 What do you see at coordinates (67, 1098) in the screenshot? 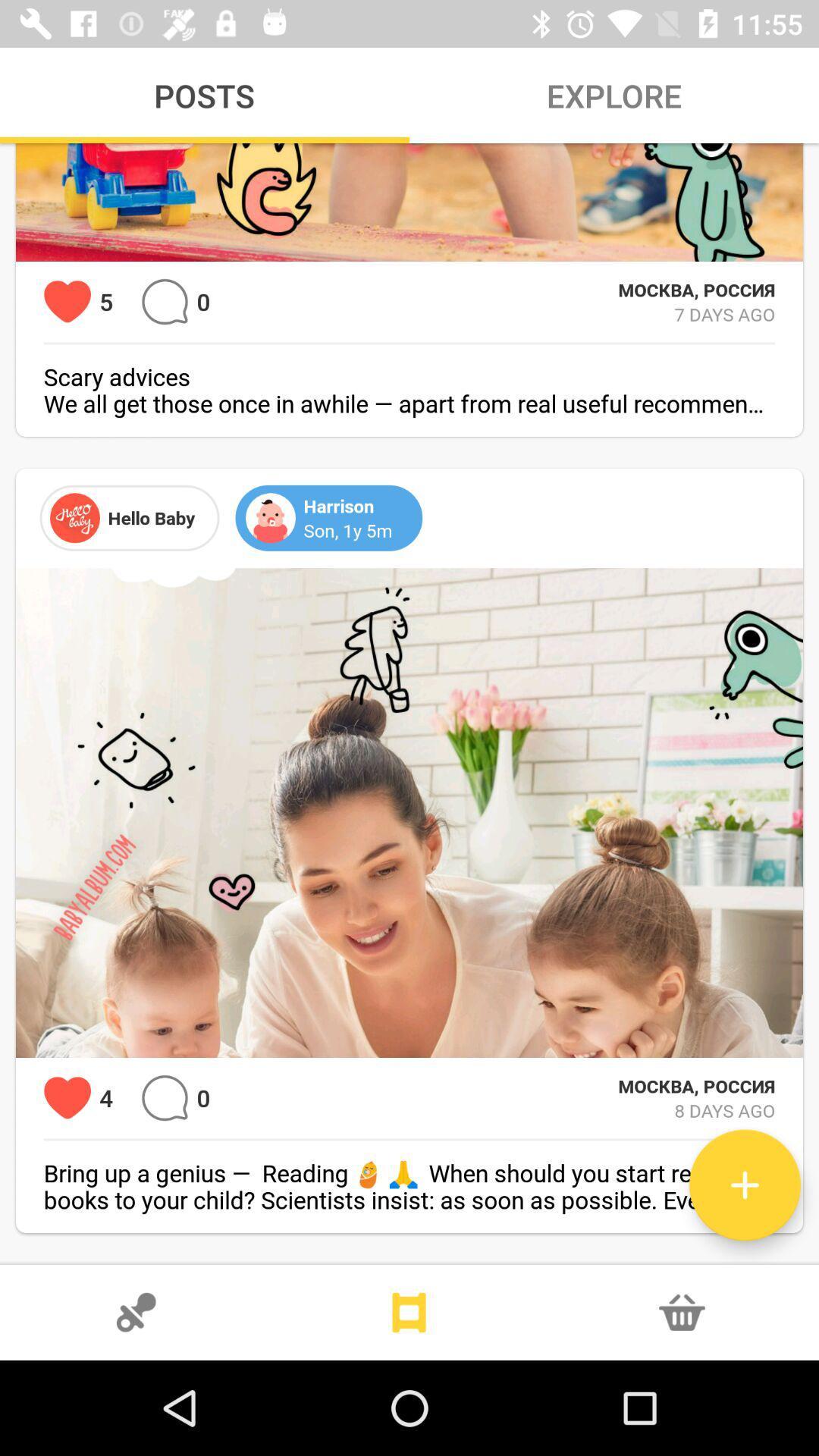
I see `favorite` at bounding box center [67, 1098].